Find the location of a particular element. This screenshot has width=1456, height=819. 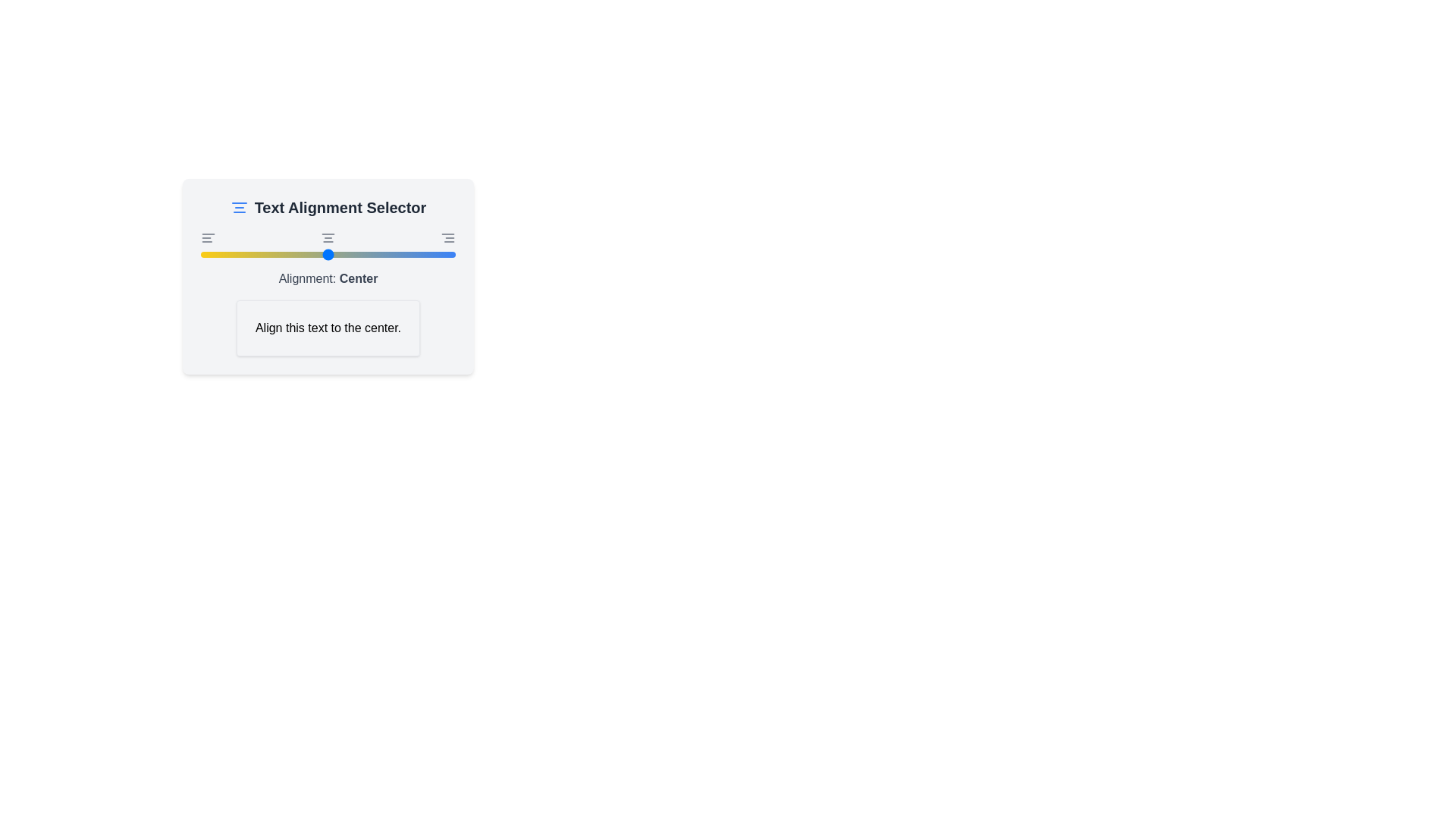

the alignment icon to set alignment to left is located at coordinates (207, 237).